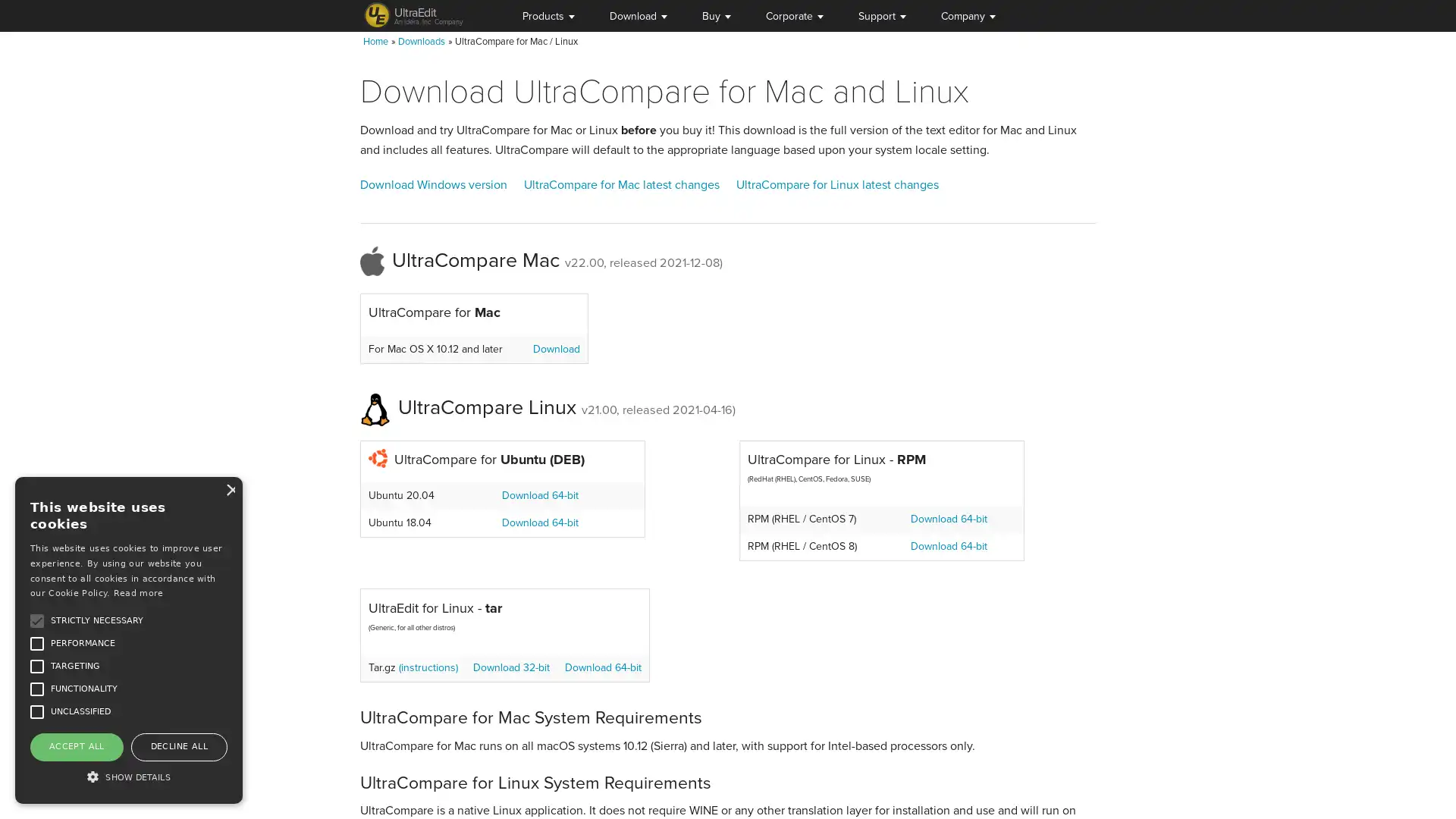 This screenshot has height=819, width=1456. I want to click on DECLINE ALL, so click(178, 745).